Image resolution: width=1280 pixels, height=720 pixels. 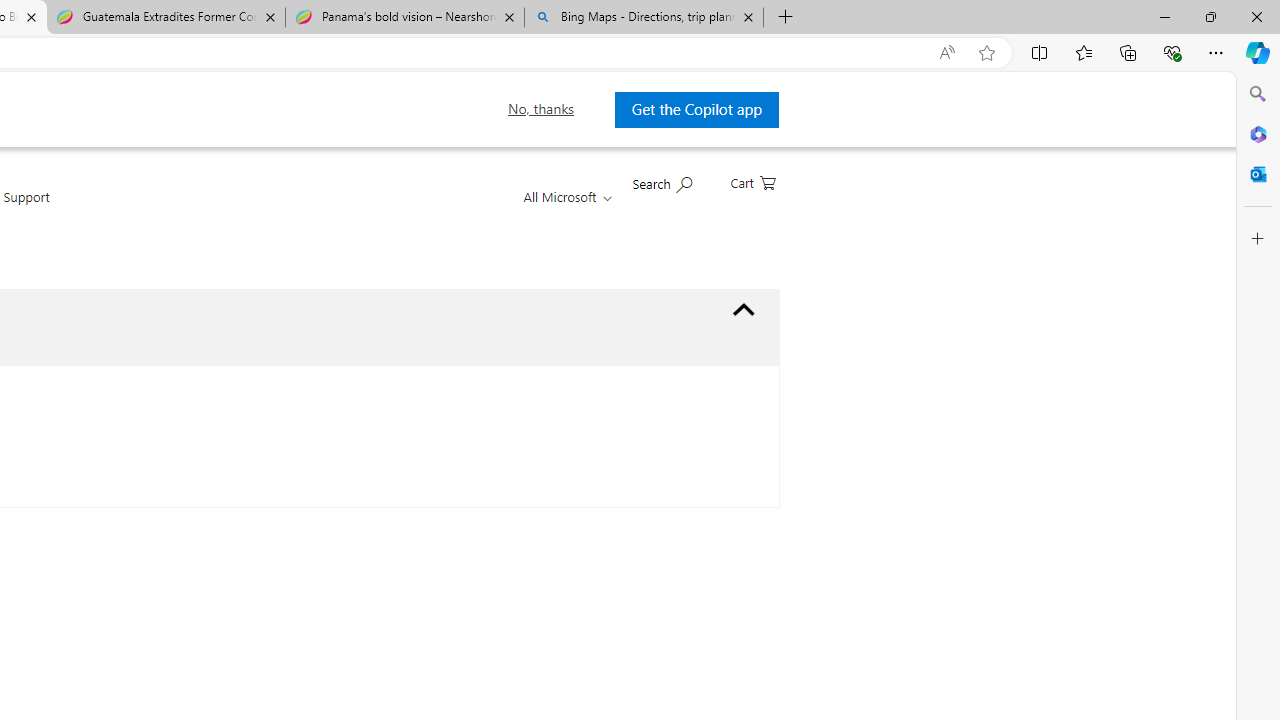 What do you see at coordinates (751, 181) in the screenshot?
I see `'0 items in shopping cart'` at bounding box center [751, 181].